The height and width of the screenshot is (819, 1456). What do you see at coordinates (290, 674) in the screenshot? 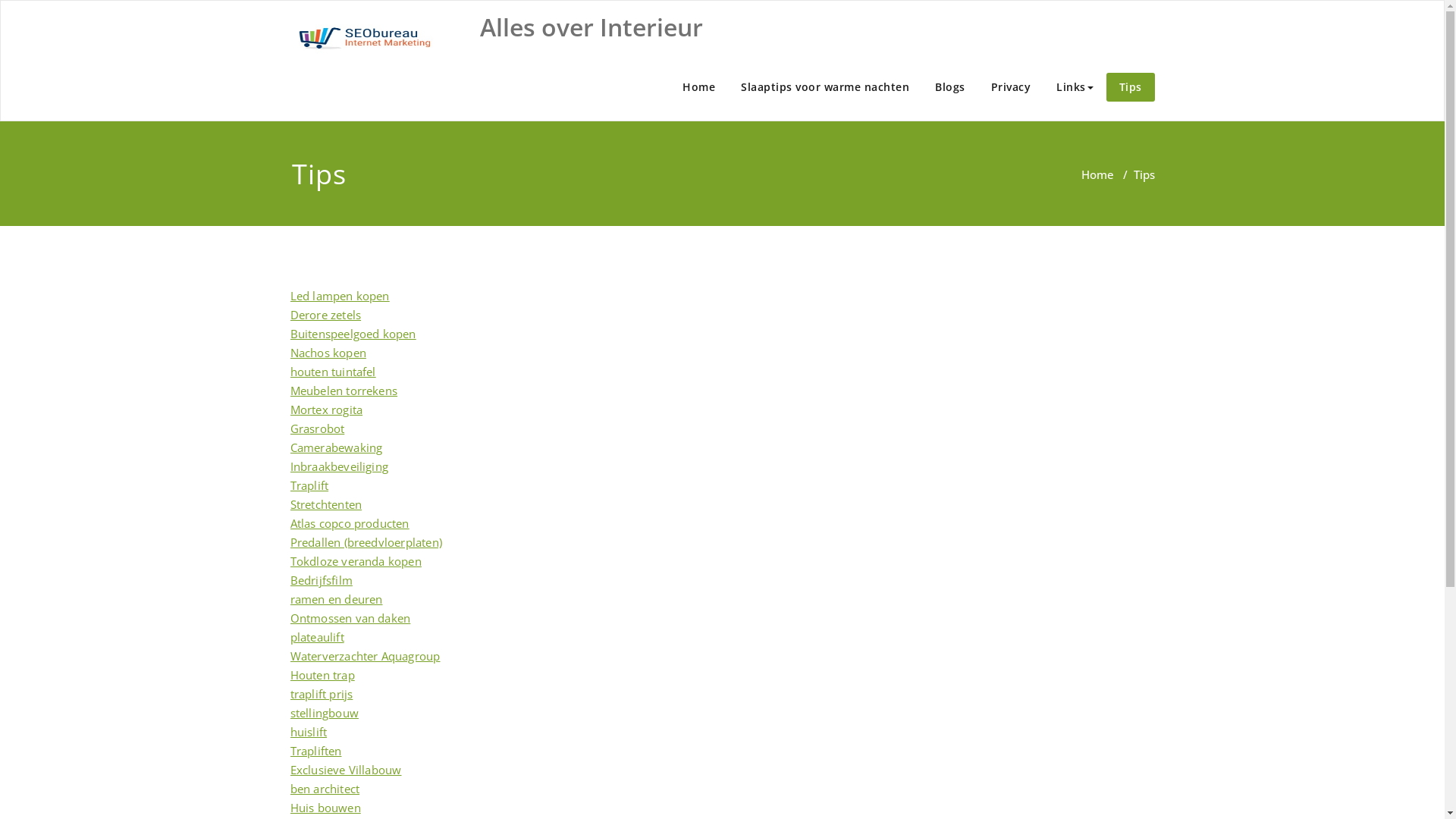
I see `'Houten trap'` at bounding box center [290, 674].